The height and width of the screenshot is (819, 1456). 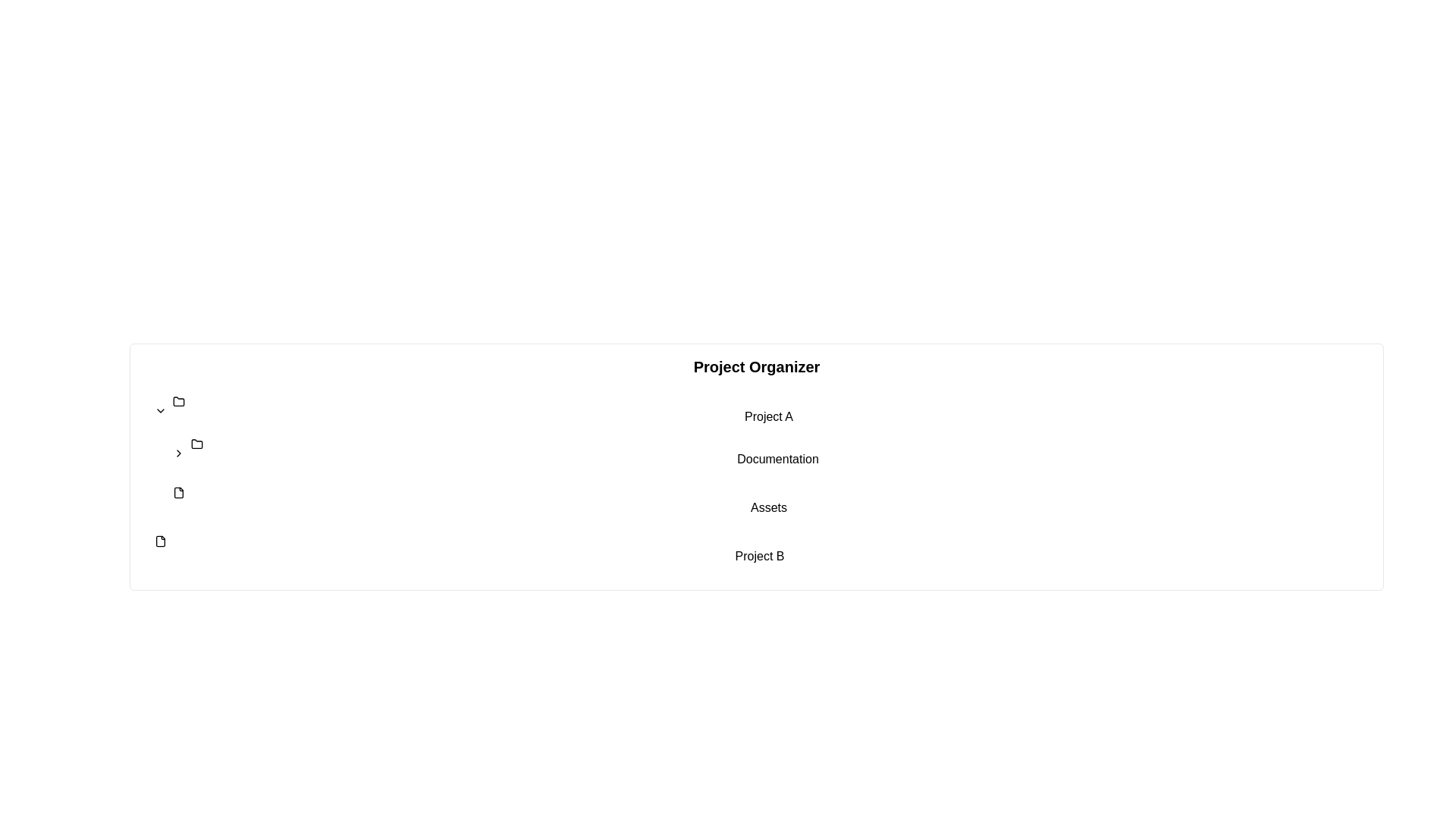 What do you see at coordinates (178, 452) in the screenshot?
I see `the submenu toggle icon located directly to the left of the 'Documentation' text` at bounding box center [178, 452].